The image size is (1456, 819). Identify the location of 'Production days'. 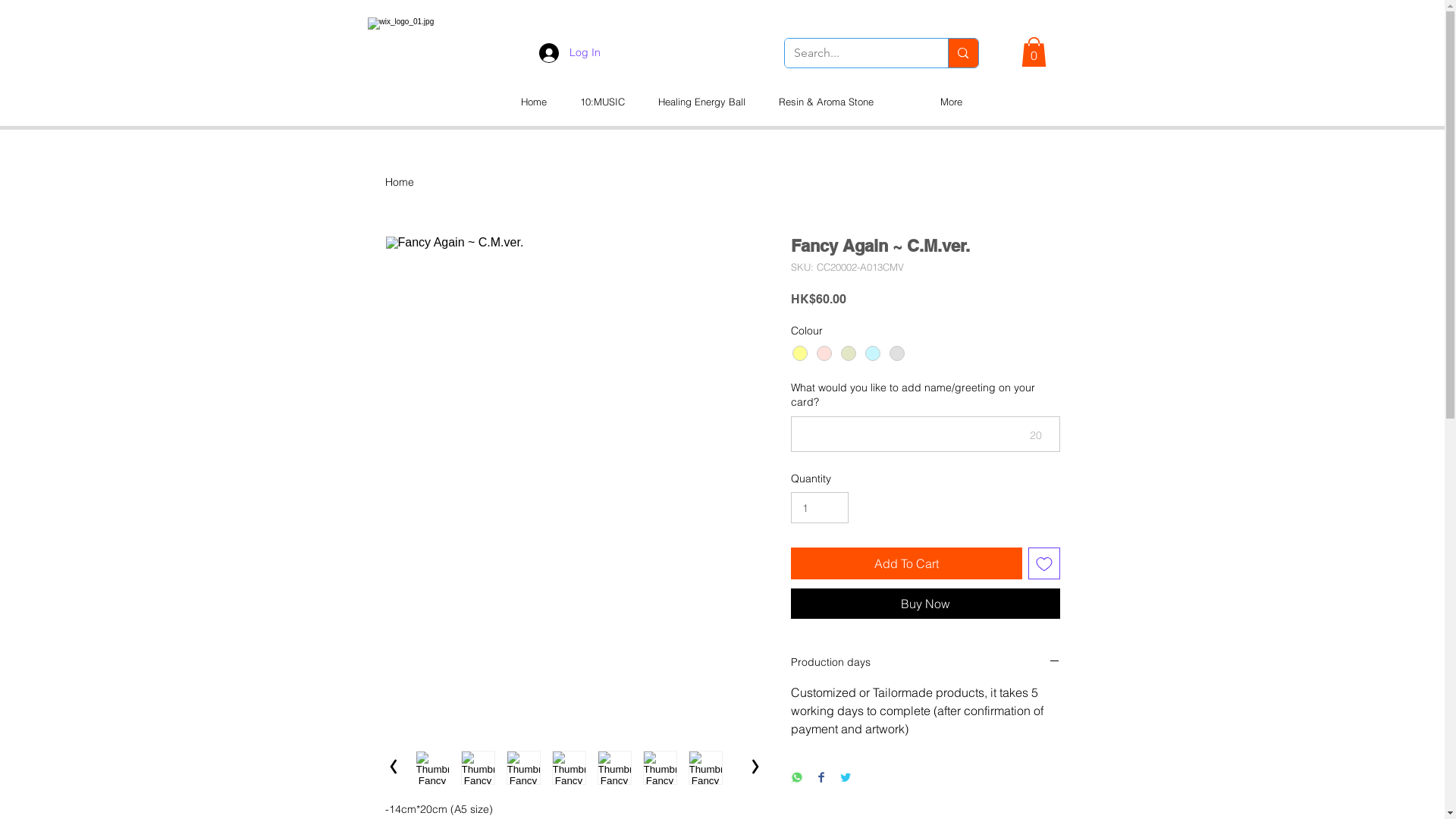
(924, 662).